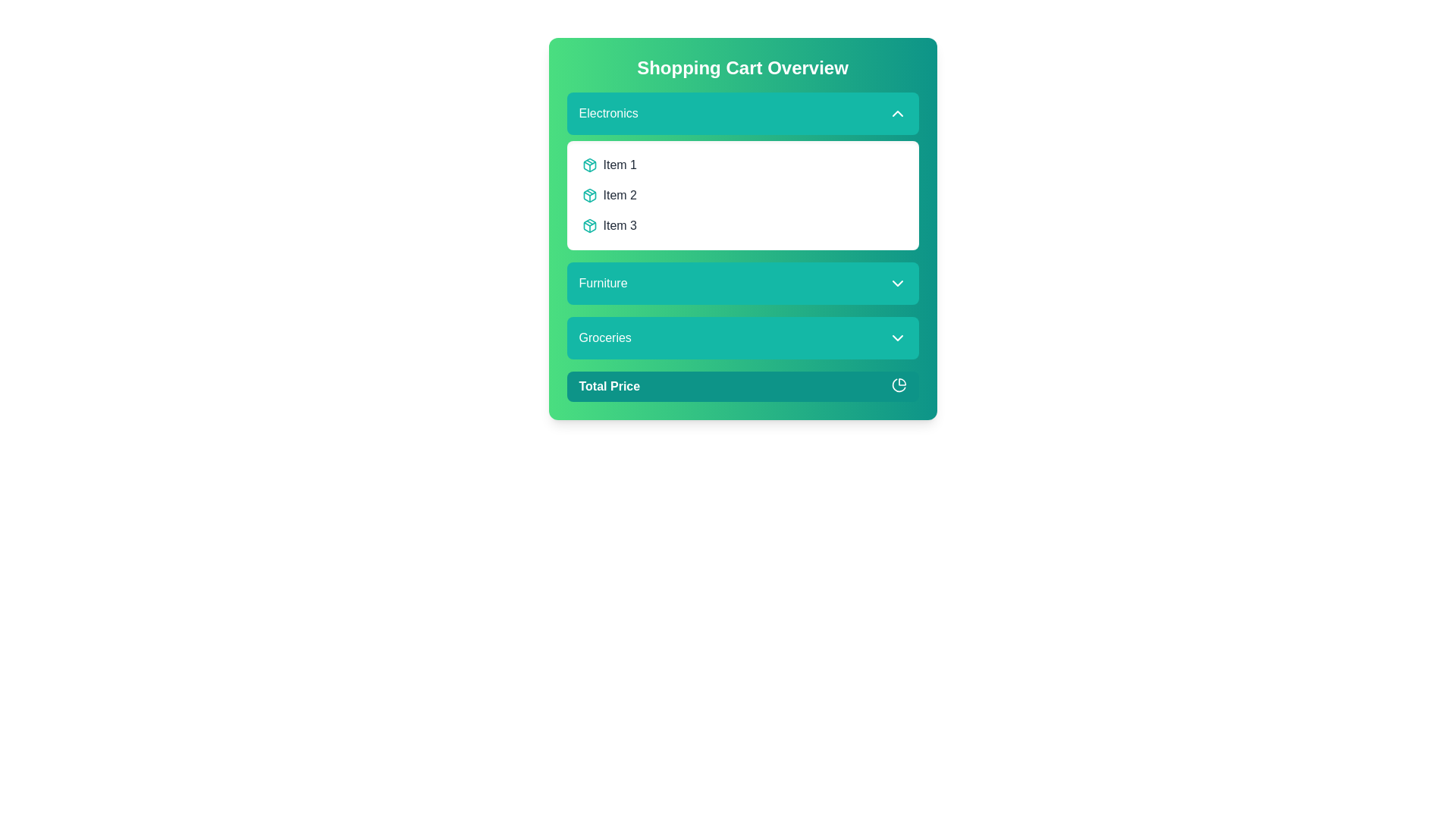 Image resolution: width=1456 pixels, height=819 pixels. What do you see at coordinates (742, 385) in the screenshot?
I see `the 'Total Price' section to interact with the summary information` at bounding box center [742, 385].